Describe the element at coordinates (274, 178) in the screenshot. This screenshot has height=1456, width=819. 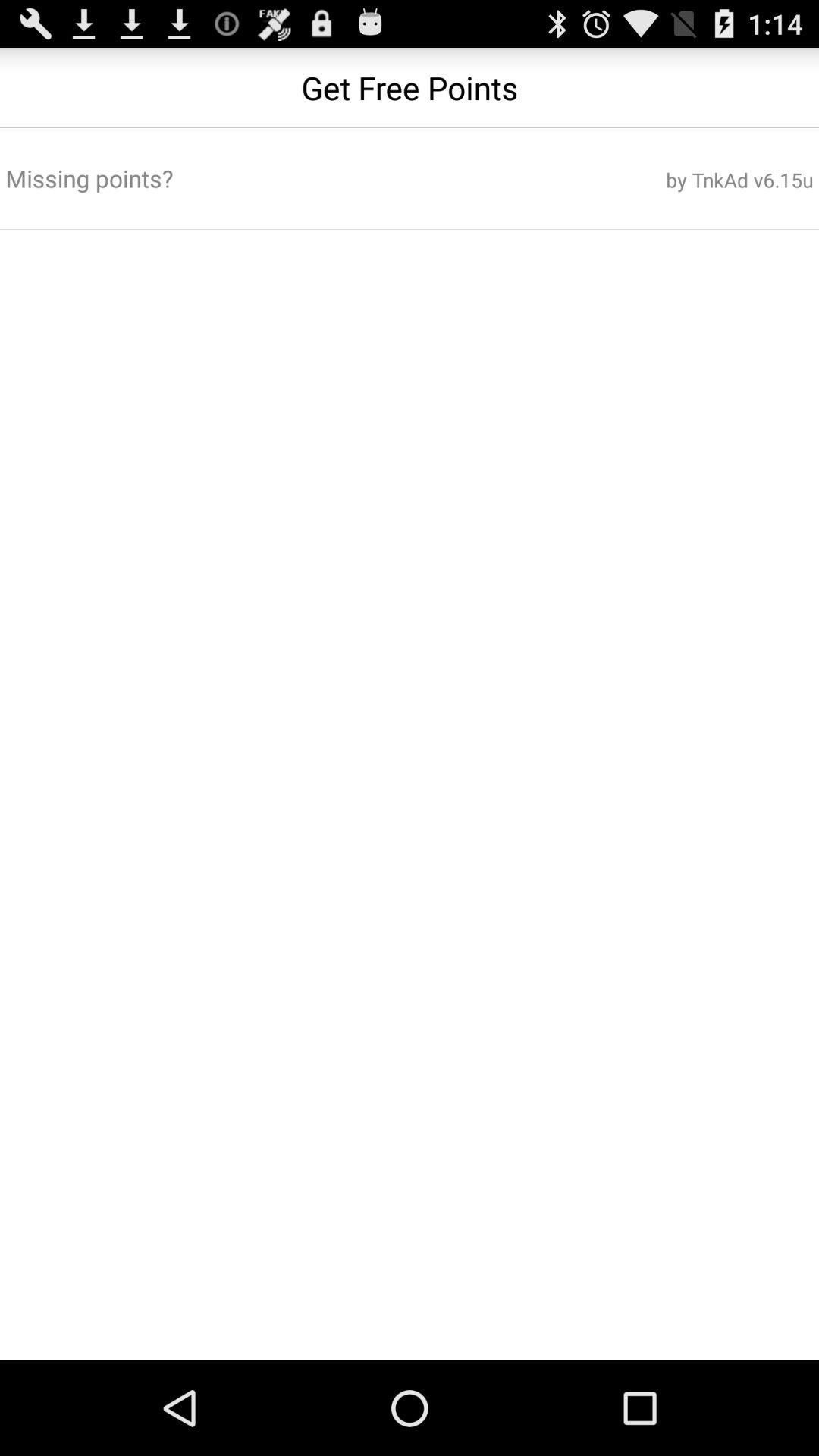
I see `the item to the left of the by tnkad v6 item` at that location.